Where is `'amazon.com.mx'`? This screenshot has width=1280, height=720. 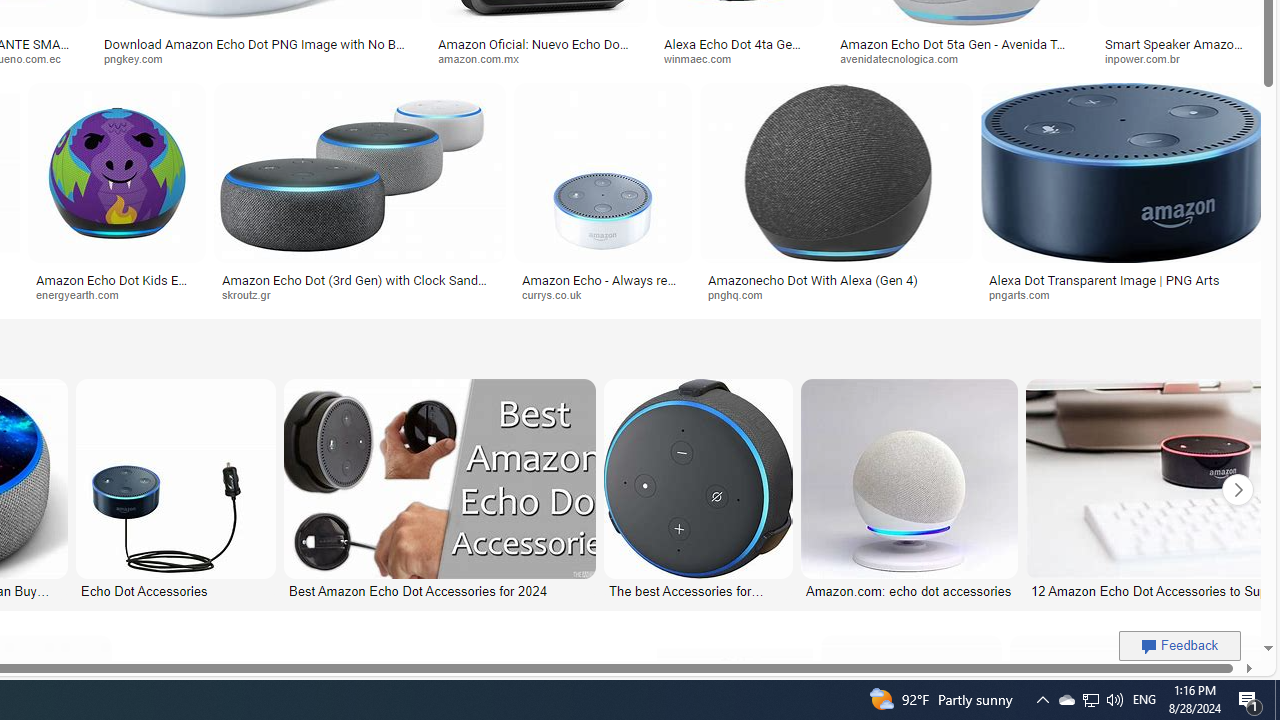 'amazon.com.mx' is located at coordinates (538, 58).